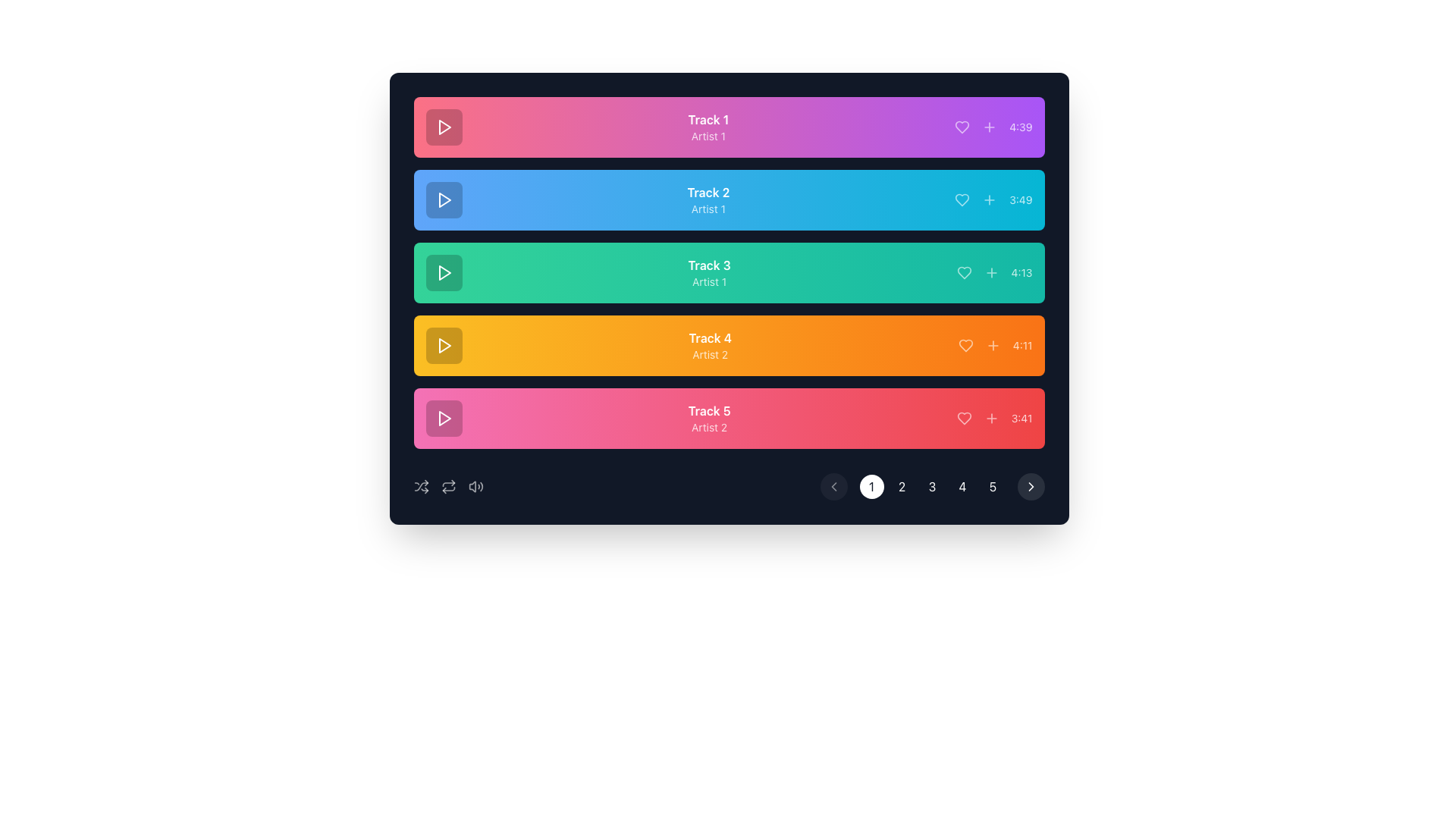 The width and height of the screenshot is (1456, 819). What do you see at coordinates (931, 486) in the screenshot?
I see `the active circular button numbered 3, located in the bottom center of the interface within the navigation panel` at bounding box center [931, 486].